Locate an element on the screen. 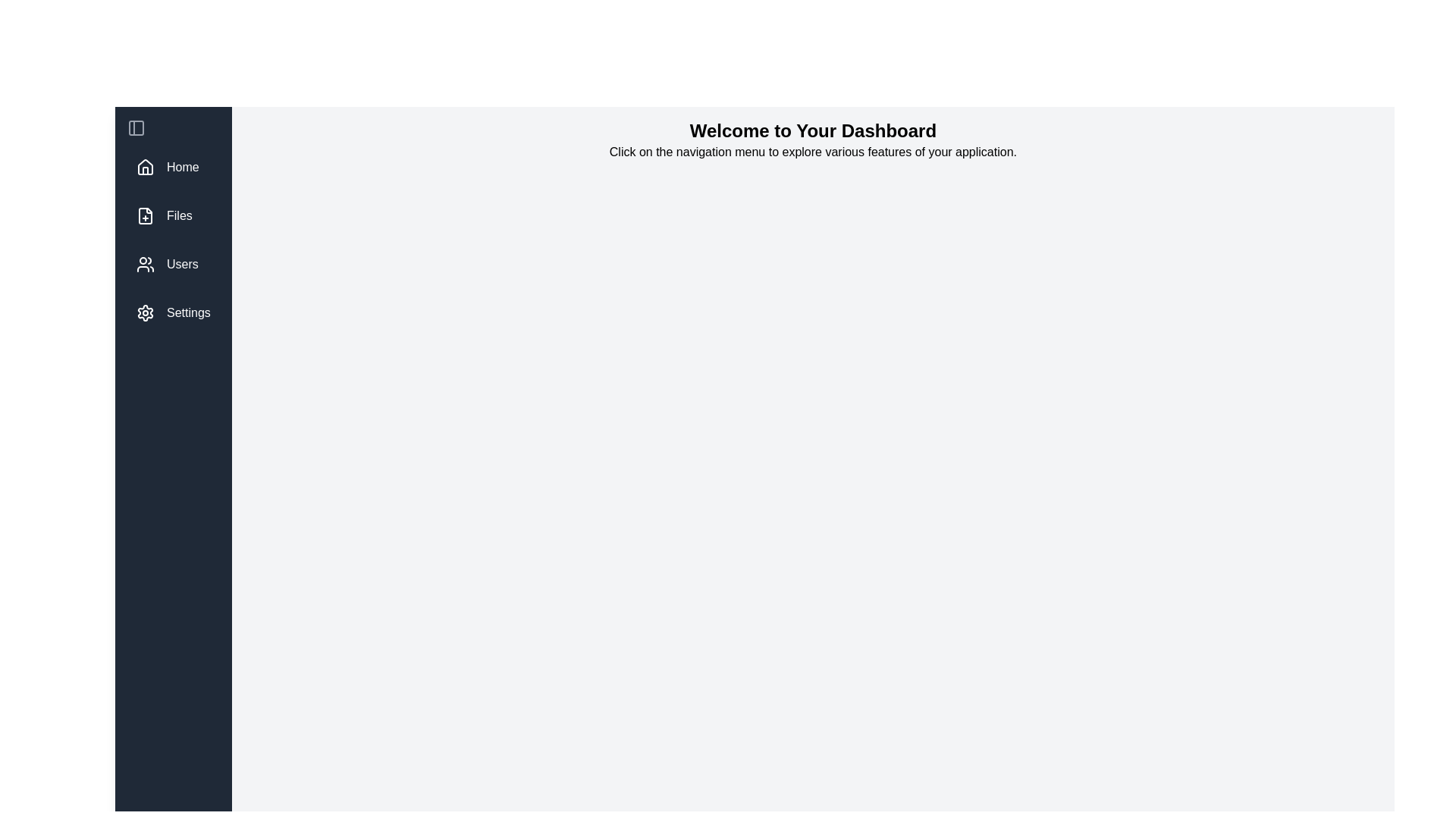 This screenshot has height=819, width=1456. the small icon button located at the upper part of the vertically-aligned sidebar, which features a gray icon styled as a panel with a vertical split is located at coordinates (136, 127).